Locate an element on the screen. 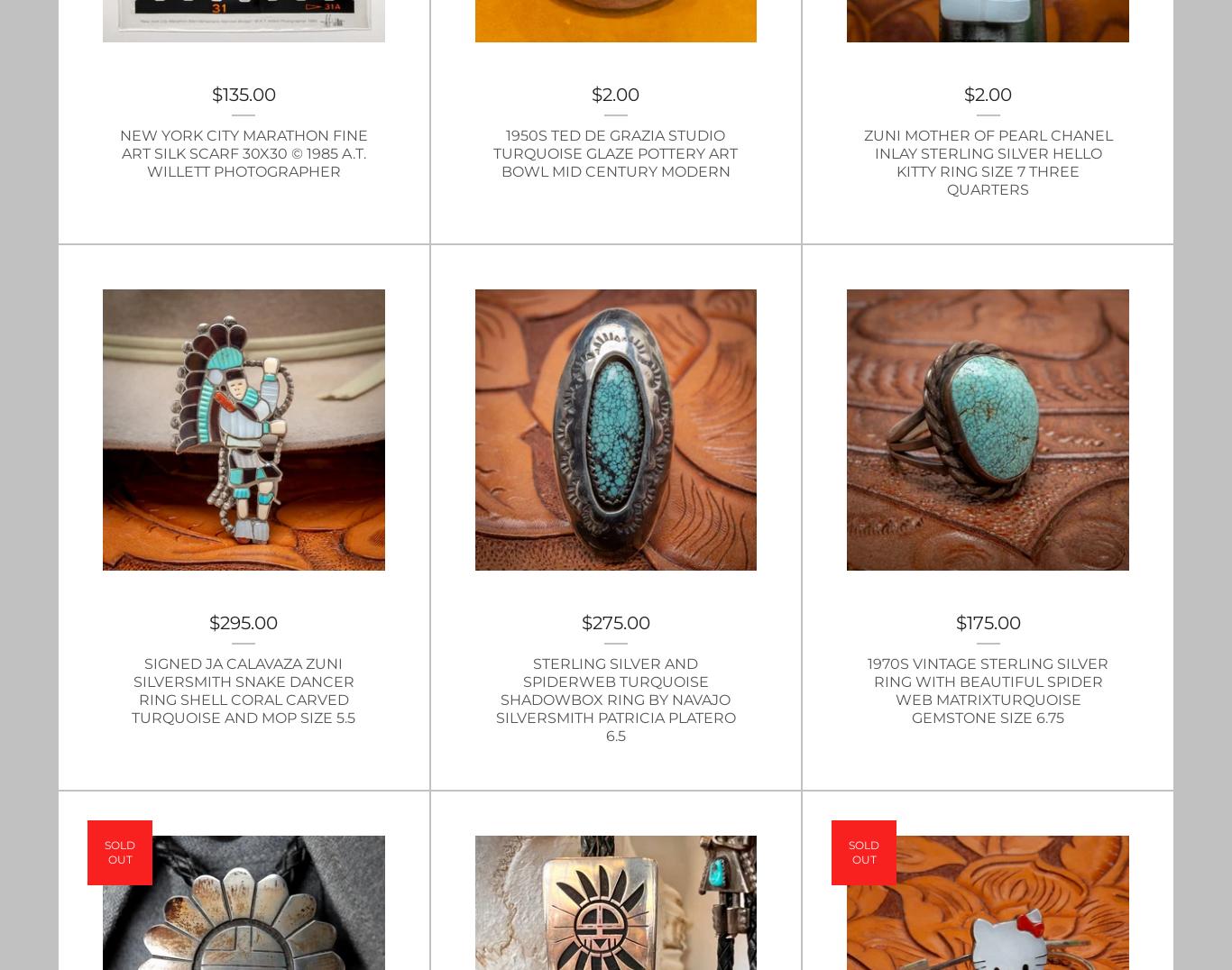 This screenshot has height=970, width=1232. '175.00' is located at coordinates (991, 623).